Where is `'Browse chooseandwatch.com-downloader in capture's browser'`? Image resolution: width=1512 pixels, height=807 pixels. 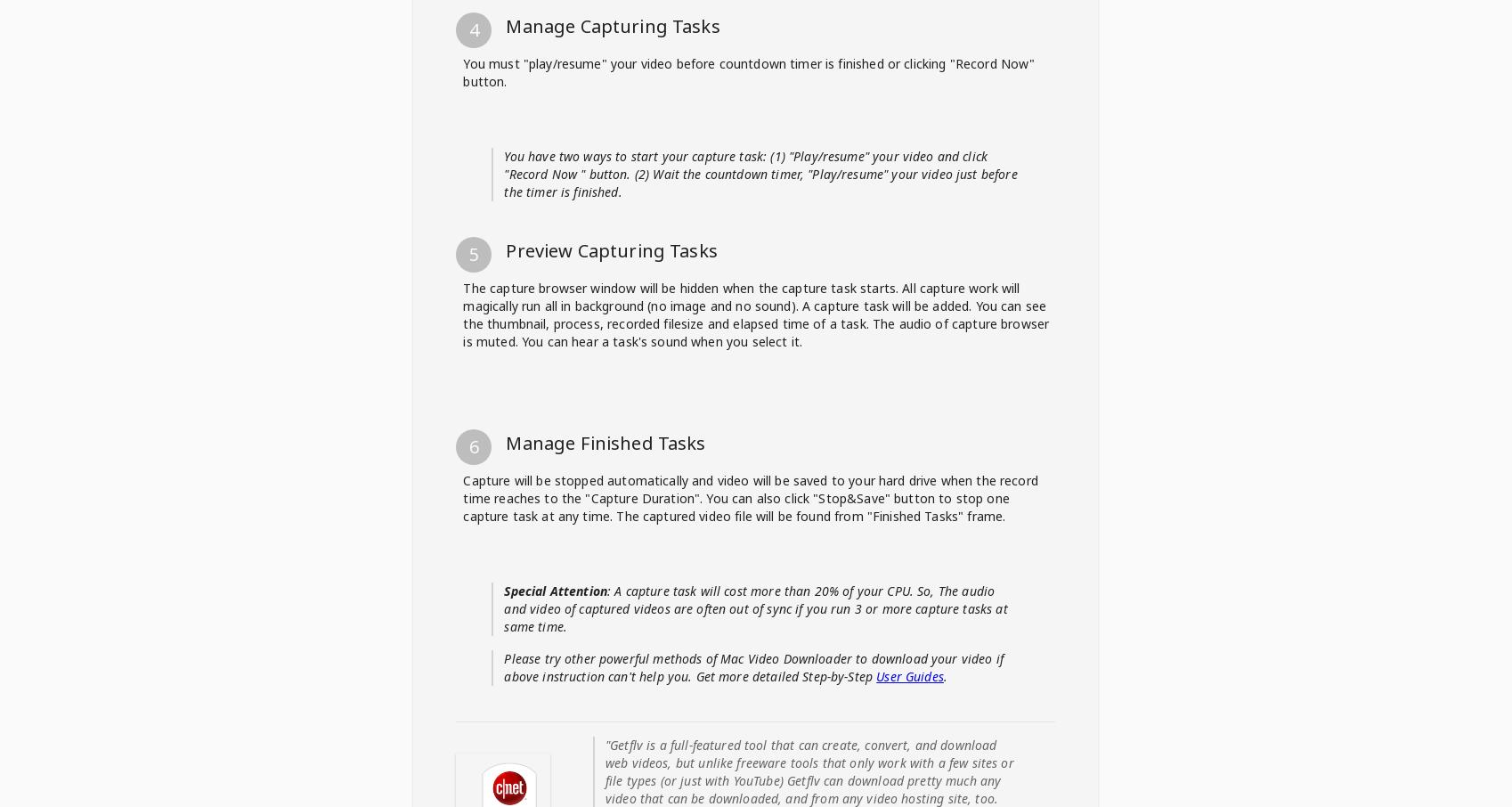
'Browse chooseandwatch.com-downloader in capture's browser' is located at coordinates (779, 126).